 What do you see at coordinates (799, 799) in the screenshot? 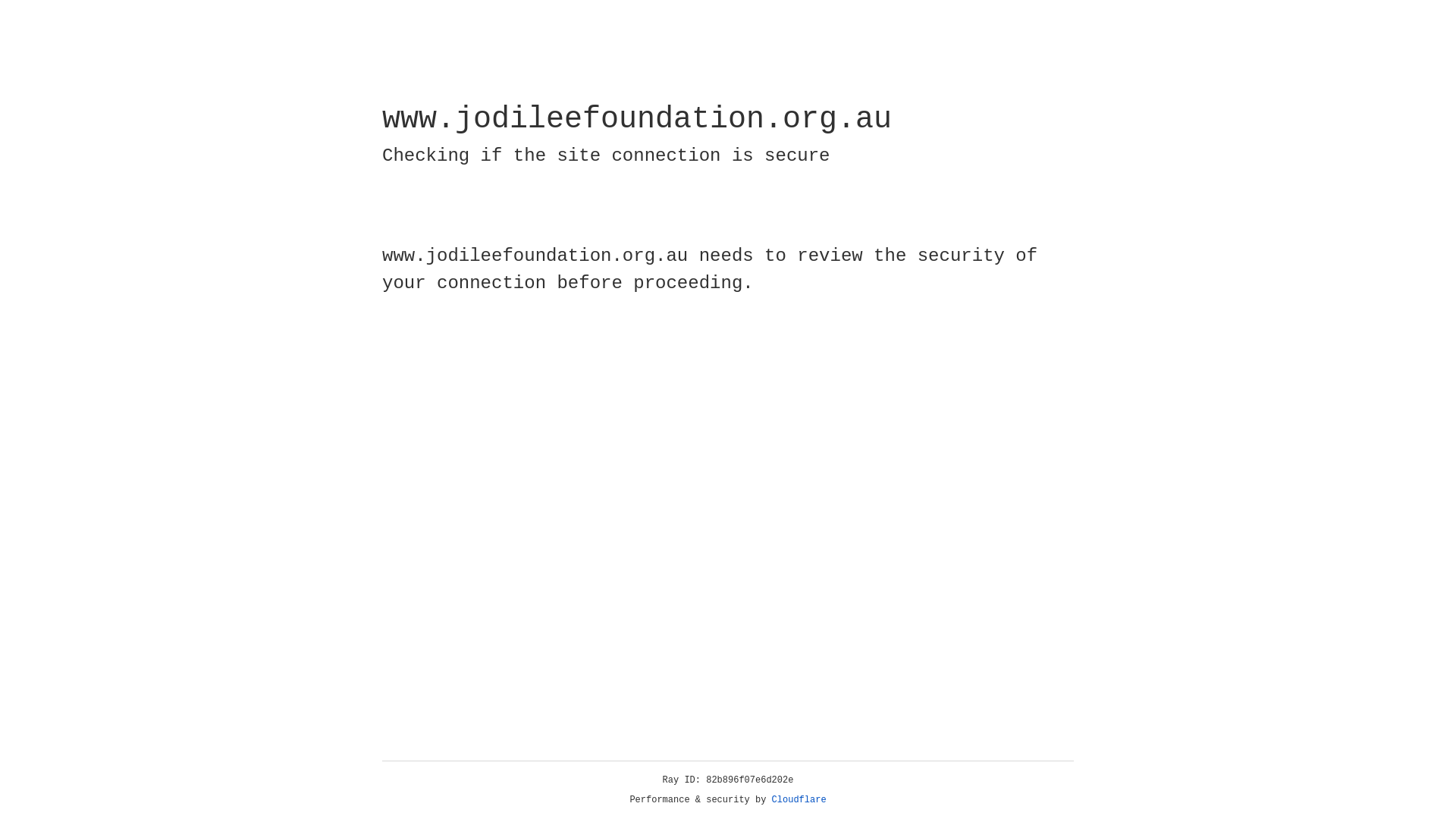
I see `'Cloudflare'` at bounding box center [799, 799].